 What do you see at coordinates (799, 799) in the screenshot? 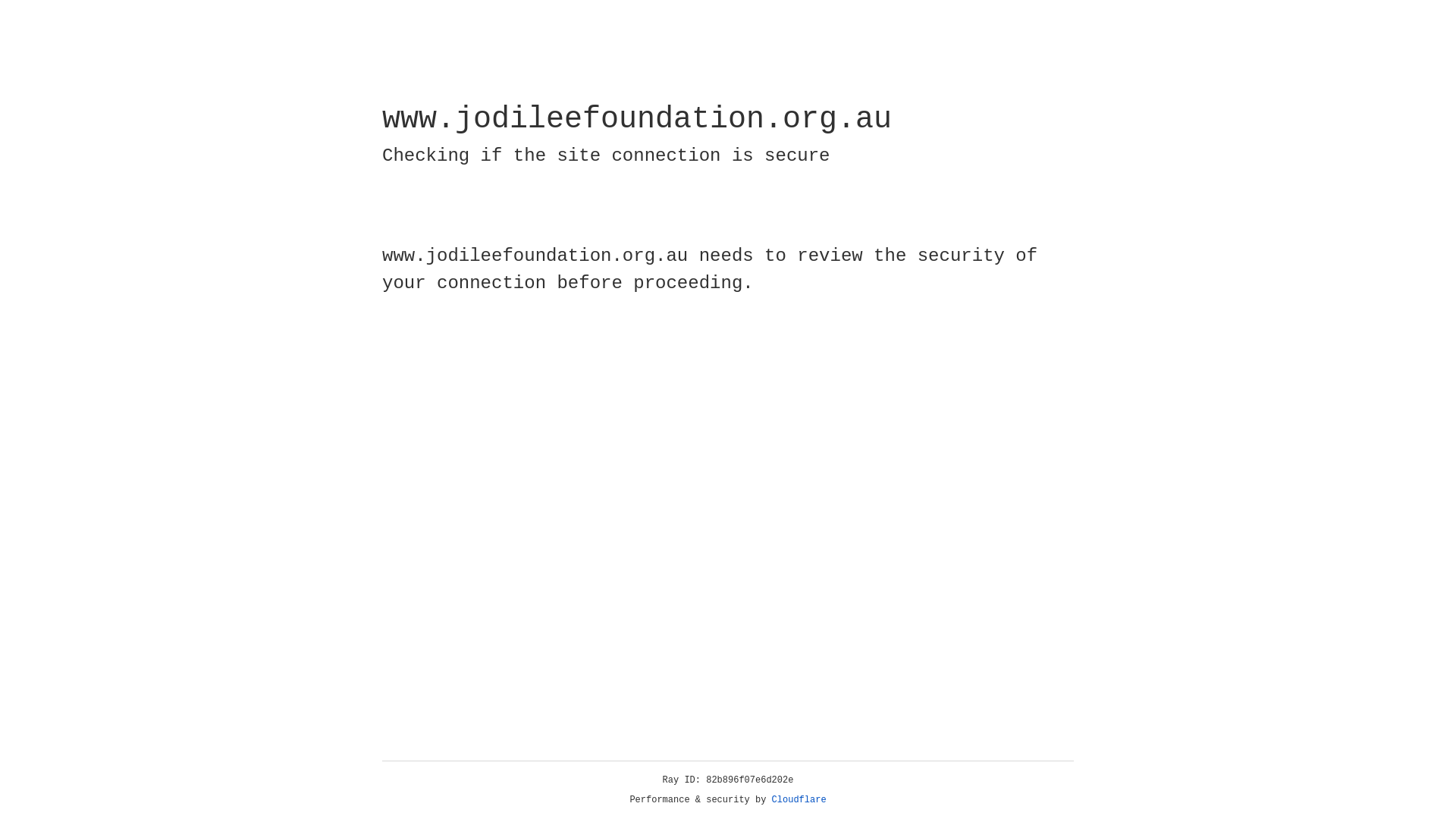
I see `'Cloudflare'` at bounding box center [799, 799].